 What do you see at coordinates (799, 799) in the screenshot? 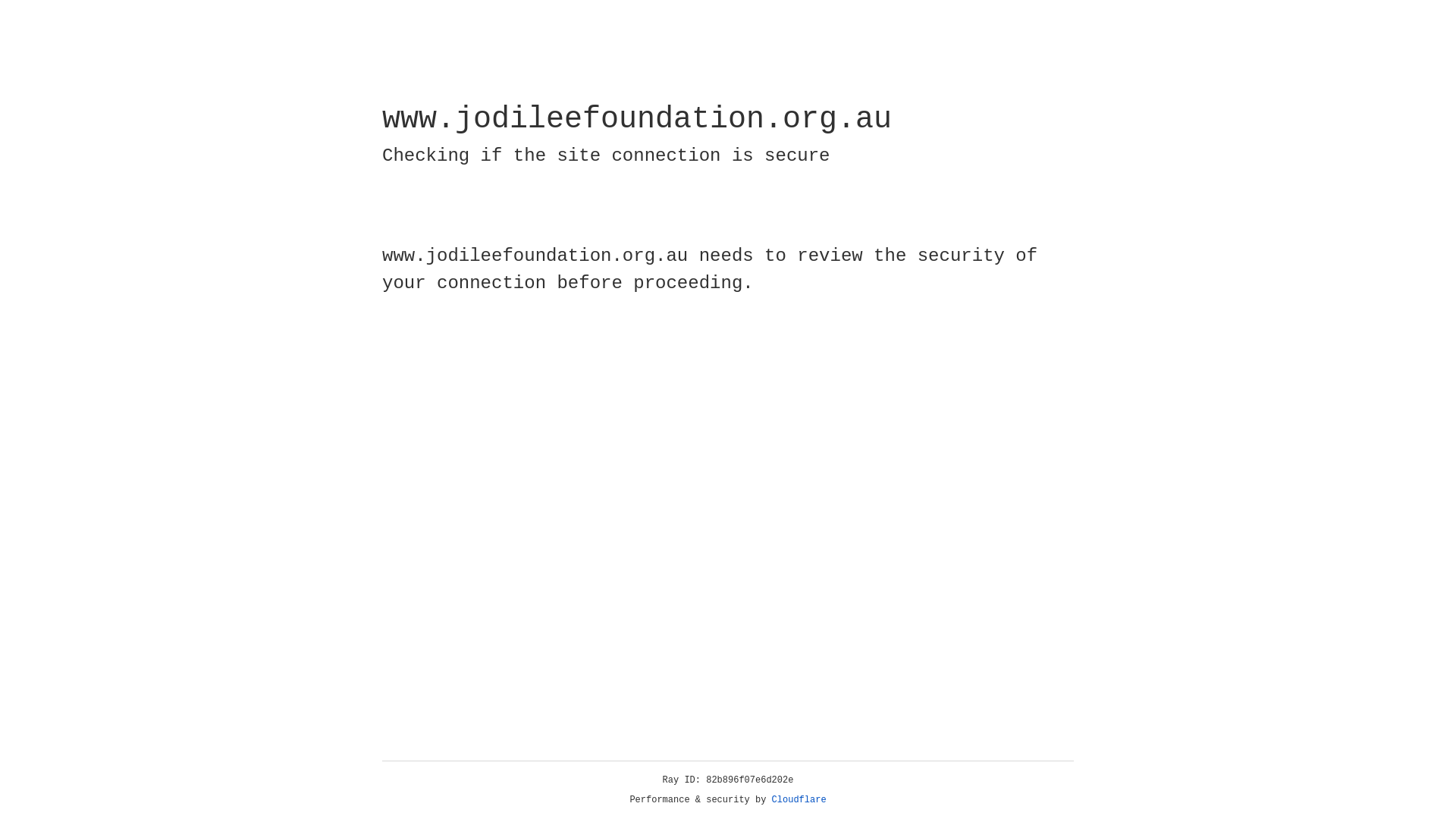
I see `'Cloudflare'` at bounding box center [799, 799].